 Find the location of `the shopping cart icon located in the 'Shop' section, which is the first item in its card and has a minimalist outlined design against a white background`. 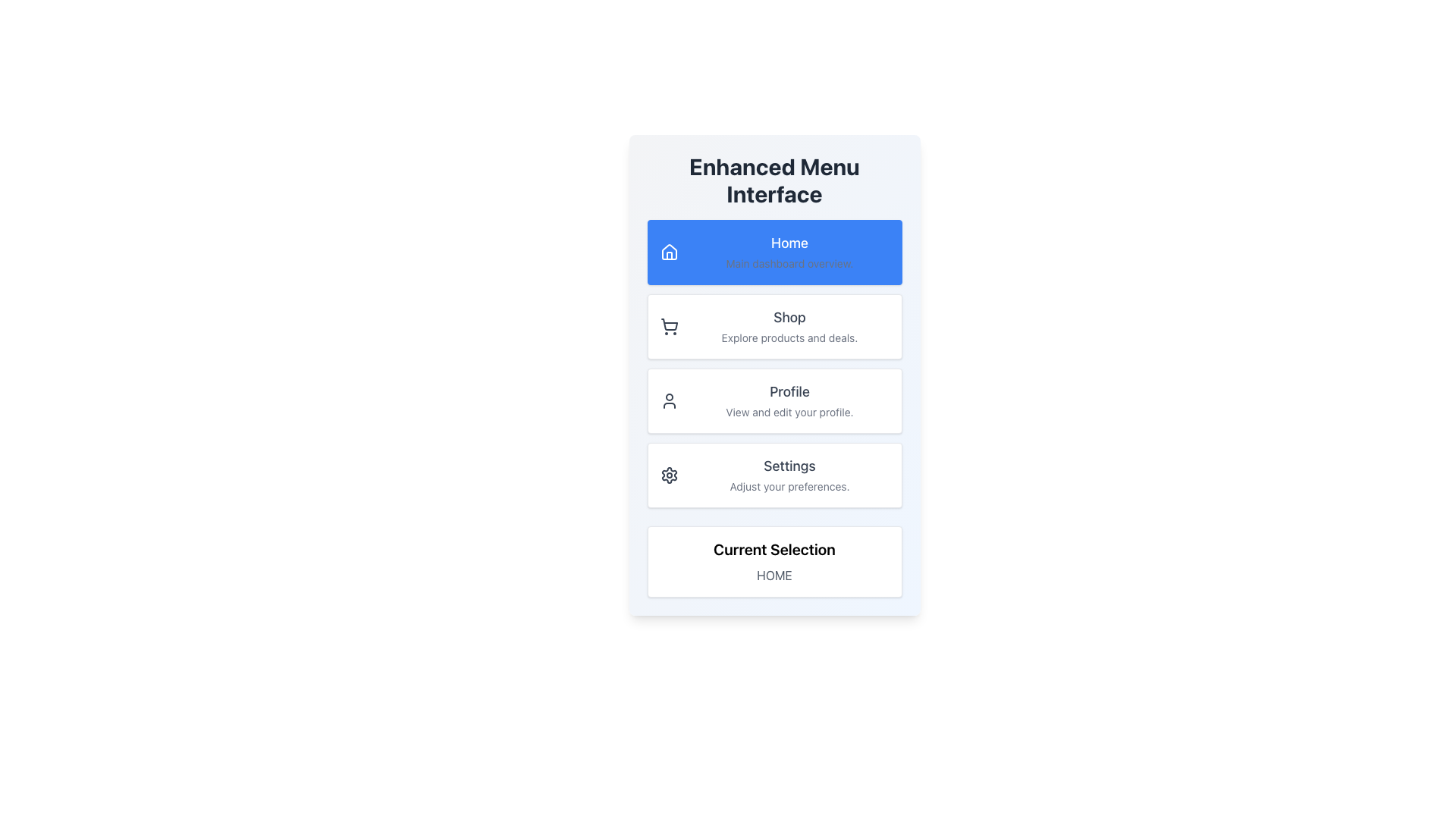

the shopping cart icon located in the 'Shop' section, which is the first item in its card and has a minimalist outlined design against a white background is located at coordinates (668, 326).